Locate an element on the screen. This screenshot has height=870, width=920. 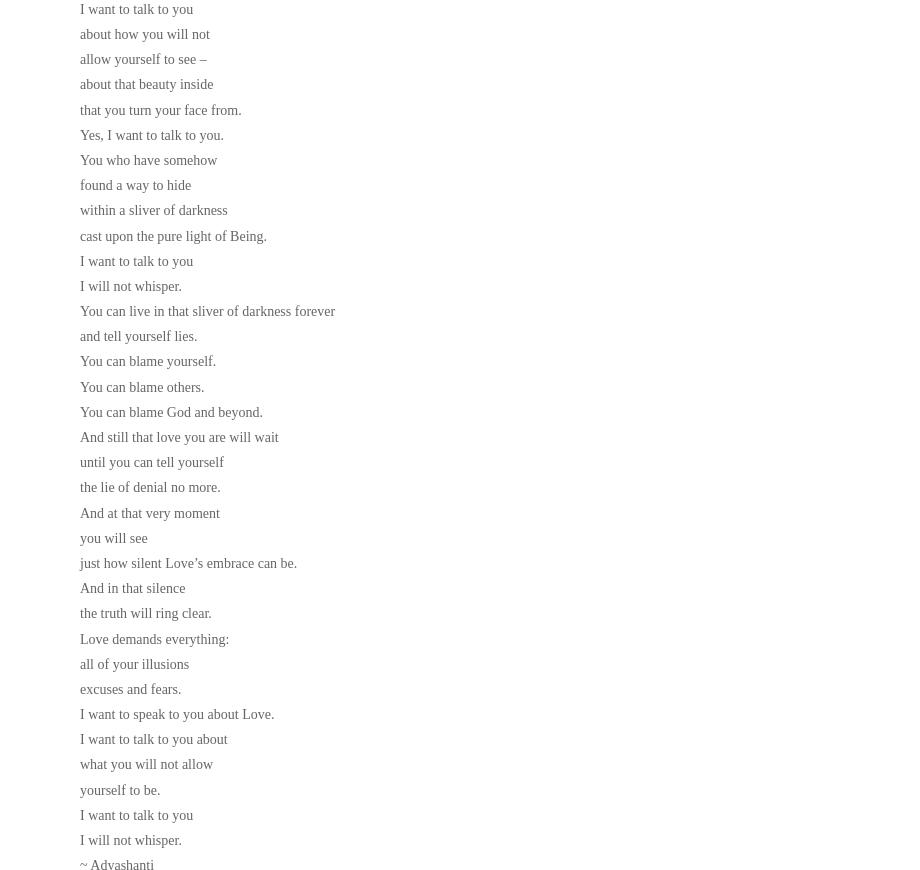
'Yes, I want to talk to you.' is located at coordinates (150, 133).